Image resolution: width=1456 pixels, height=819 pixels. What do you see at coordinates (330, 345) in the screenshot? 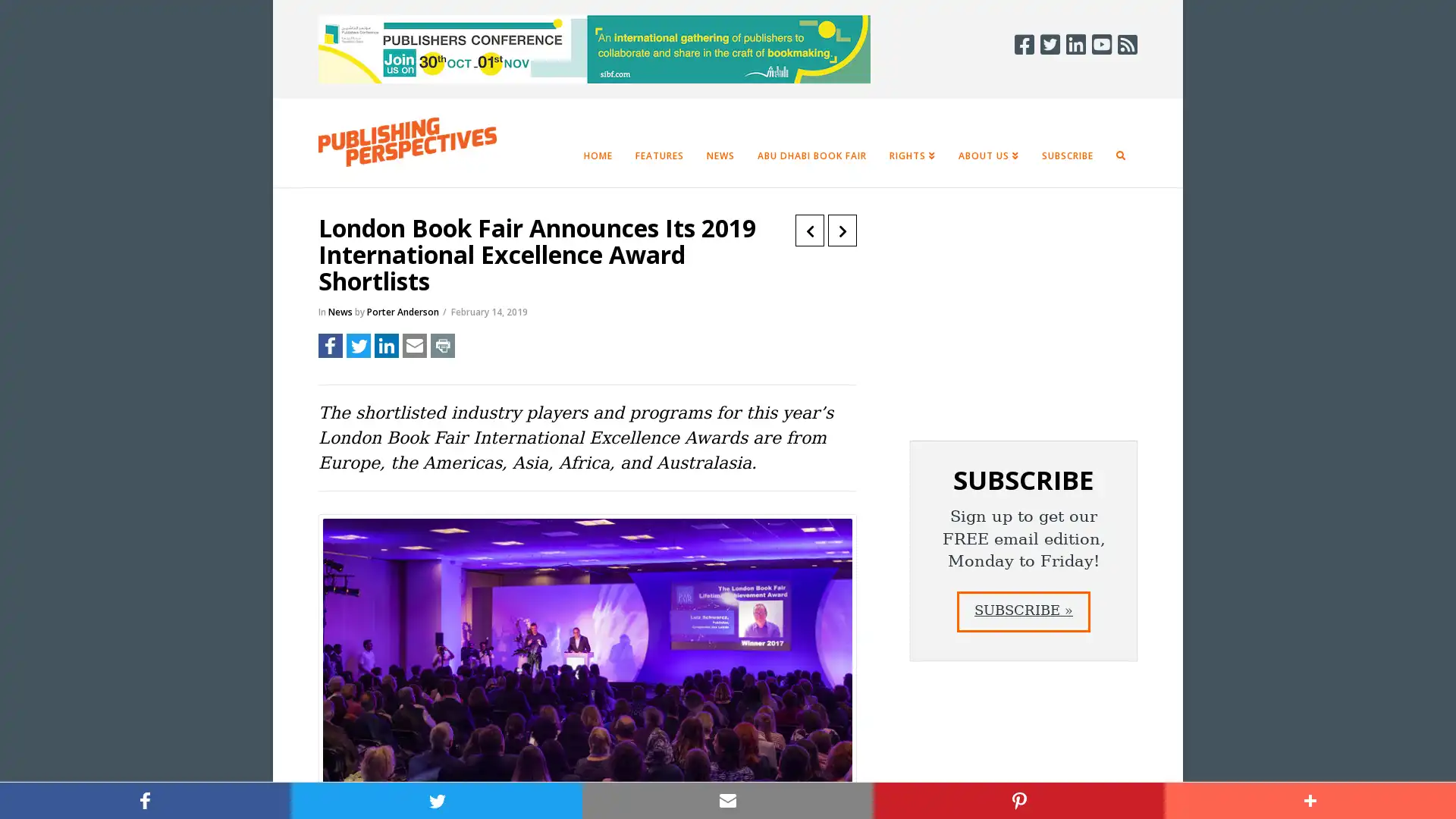
I see `Share to Facebook` at bounding box center [330, 345].